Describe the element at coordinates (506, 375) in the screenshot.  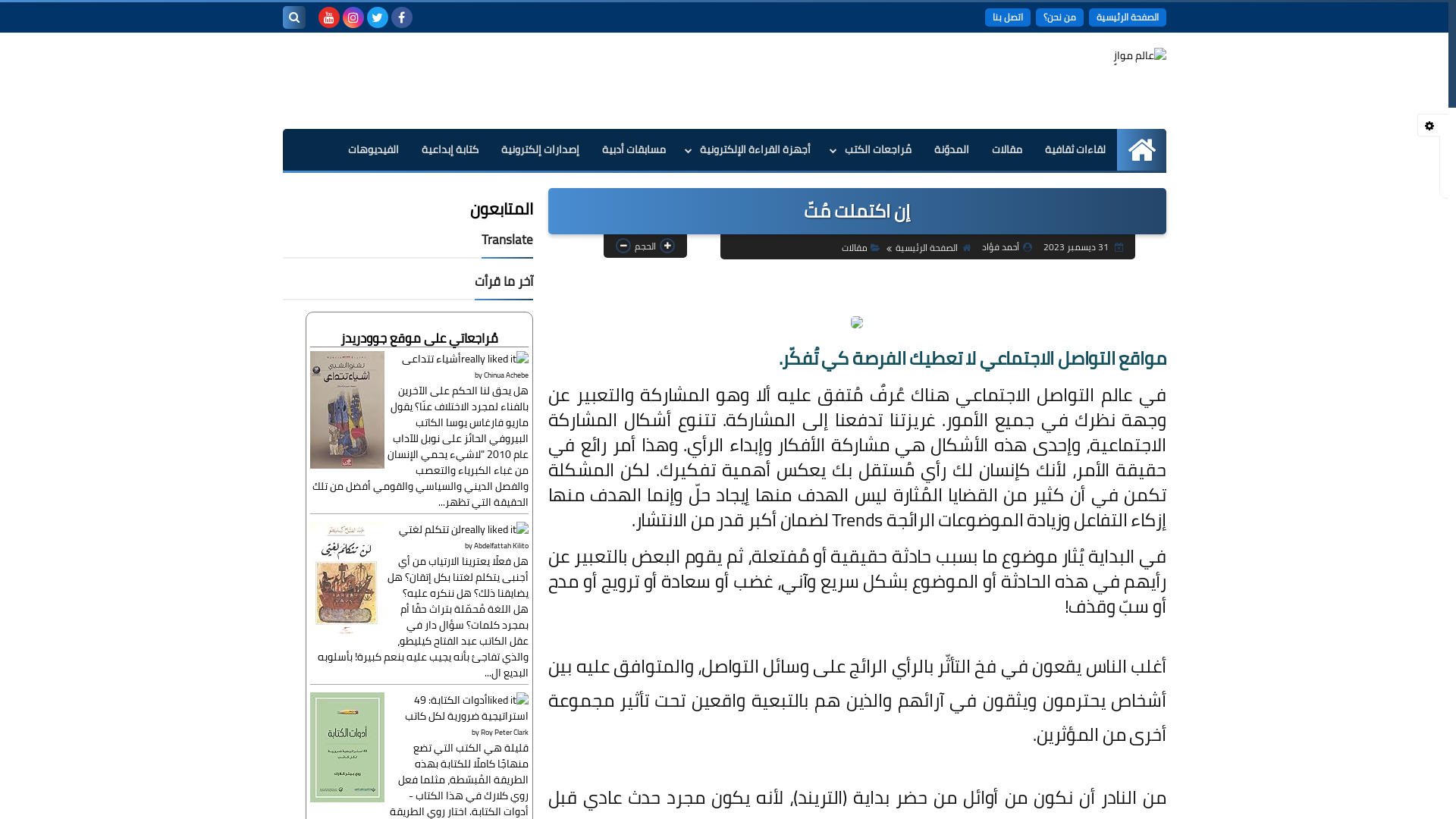
I see `'Chinua Achebe'` at that location.